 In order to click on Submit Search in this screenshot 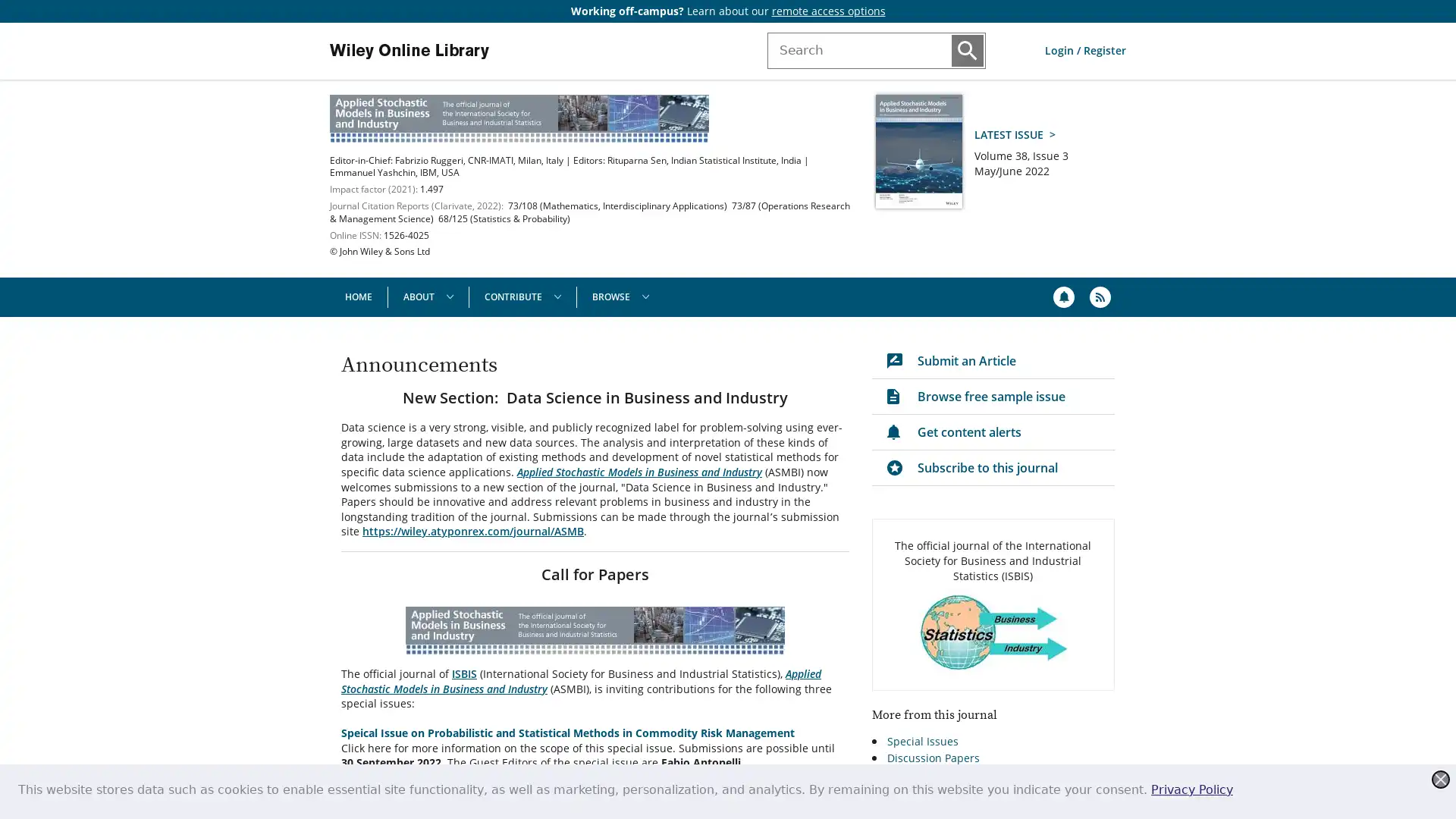, I will do `click(967, 49)`.